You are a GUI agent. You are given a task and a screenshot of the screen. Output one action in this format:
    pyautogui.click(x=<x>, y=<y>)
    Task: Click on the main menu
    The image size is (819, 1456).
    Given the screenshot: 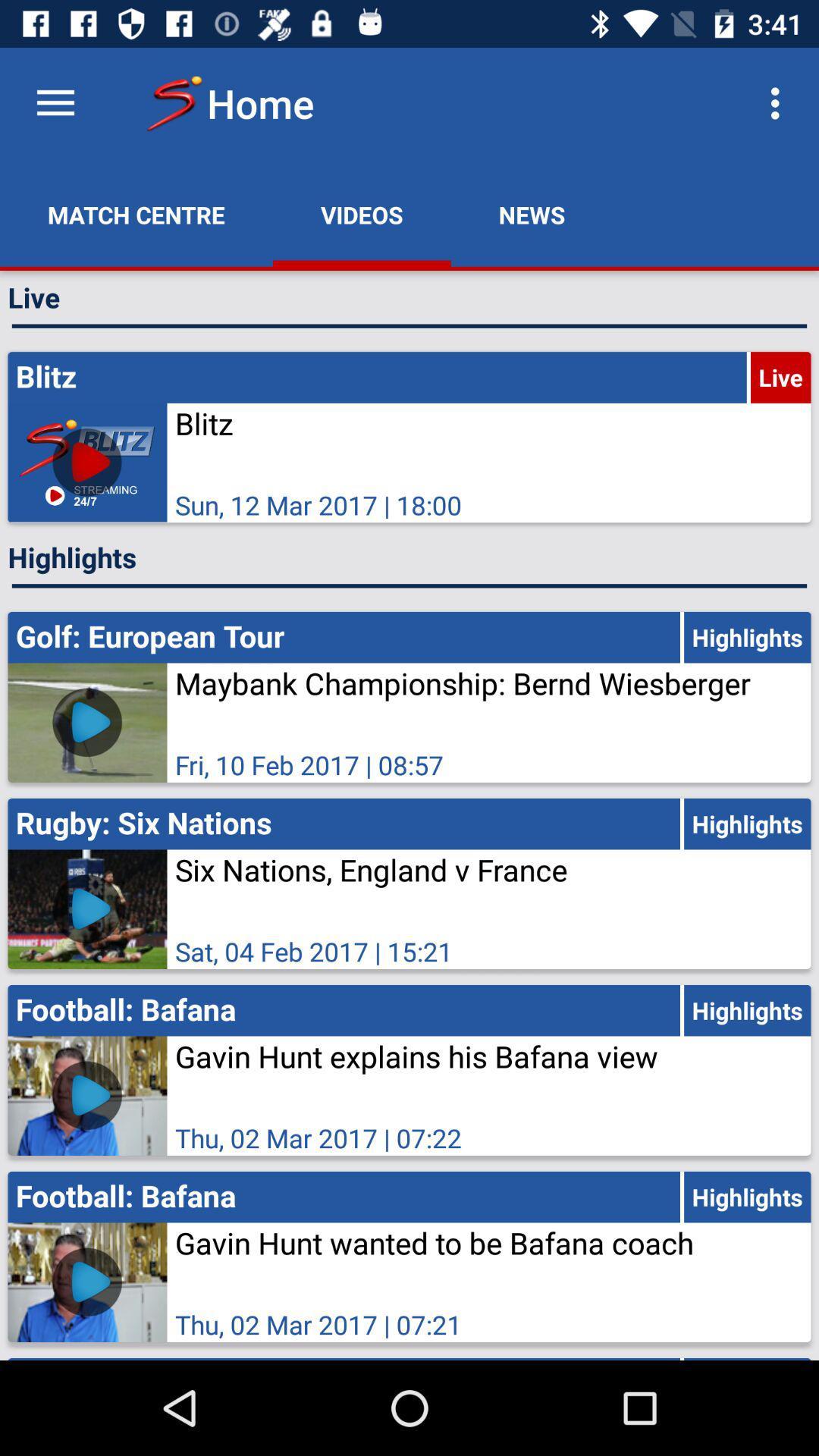 What is the action you would take?
    pyautogui.click(x=55, y=102)
    